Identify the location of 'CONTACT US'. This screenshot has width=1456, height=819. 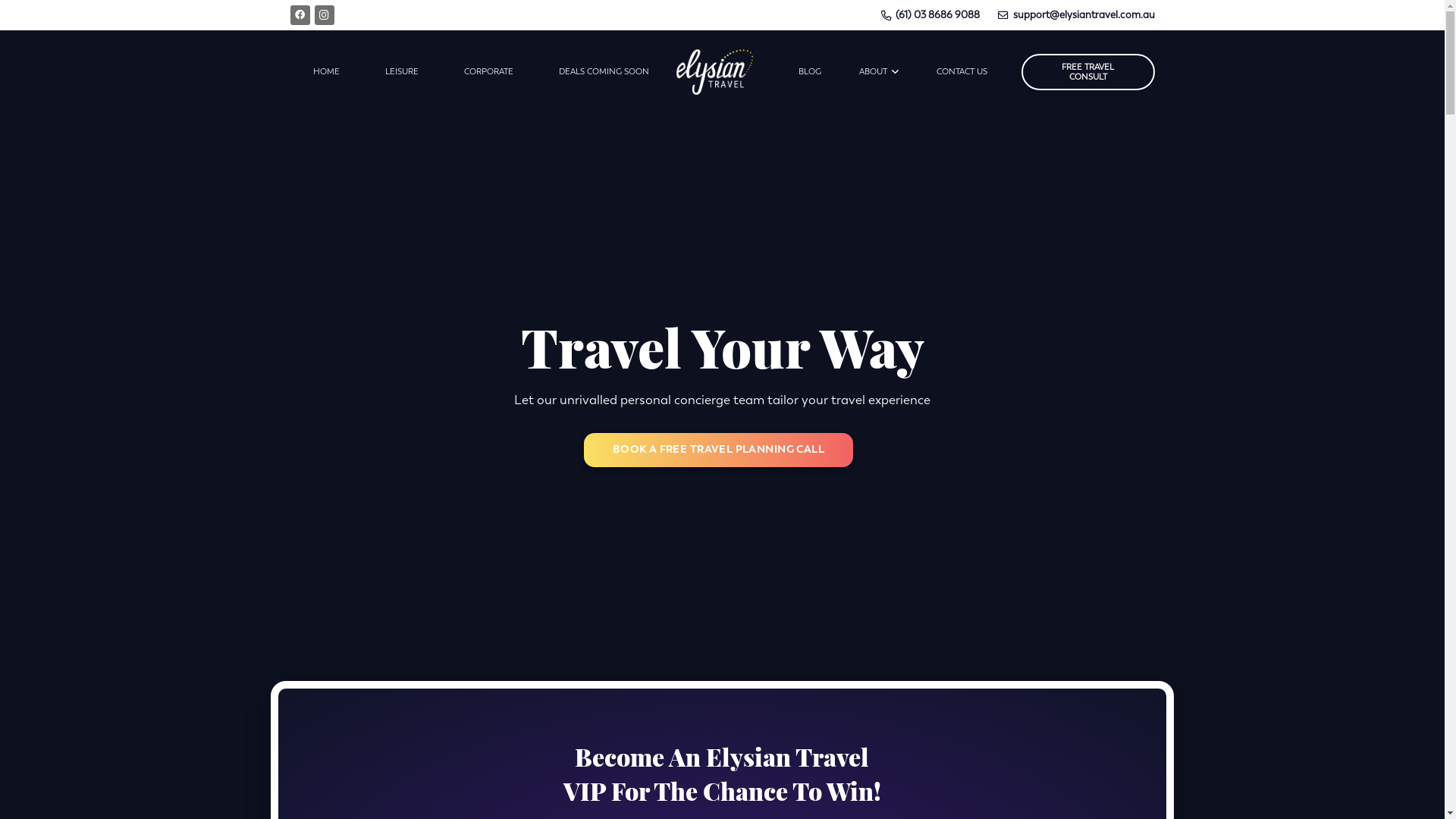
(961, 72).